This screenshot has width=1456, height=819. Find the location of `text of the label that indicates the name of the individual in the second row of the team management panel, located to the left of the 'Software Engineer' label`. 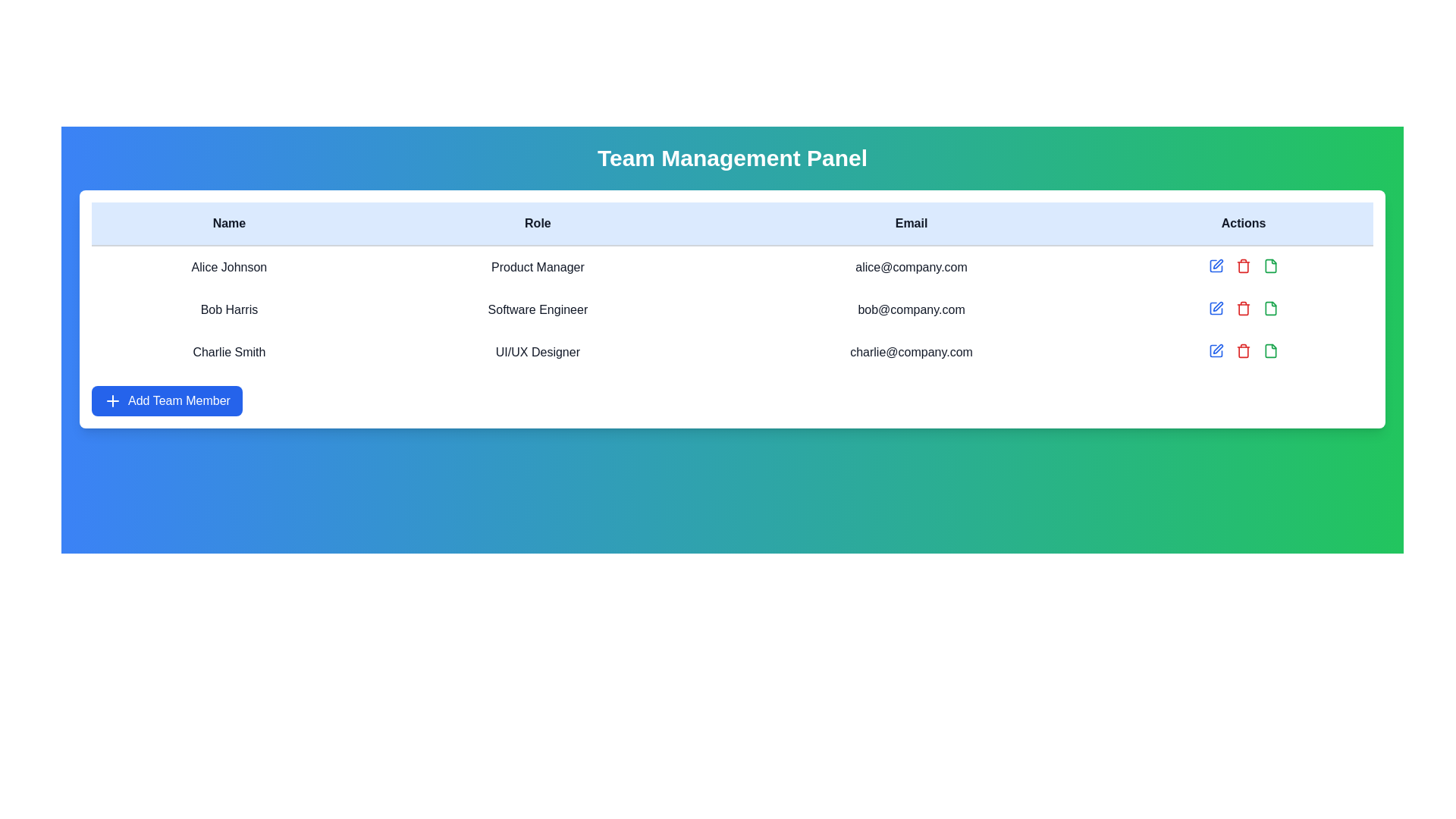

text of the label that indicates the name of the individual in the second row of the team management panel, located to the left of the 'Software Engineer' label is located at coordinates (228, 309).